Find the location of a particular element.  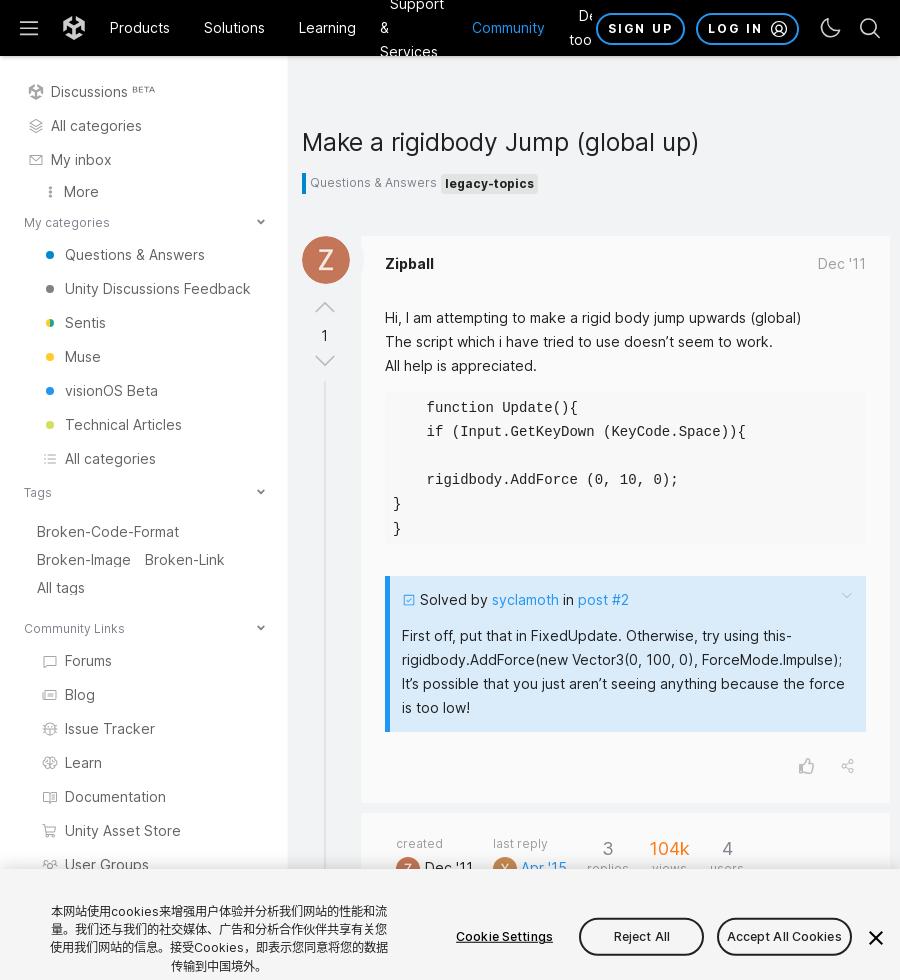

'function Update(){
	if (Input.GetKeyDown (KeyCode.Space)){

    rigidbody.AddForce (0, 10, 0);
}
}' is located at coordinates (393, 468).